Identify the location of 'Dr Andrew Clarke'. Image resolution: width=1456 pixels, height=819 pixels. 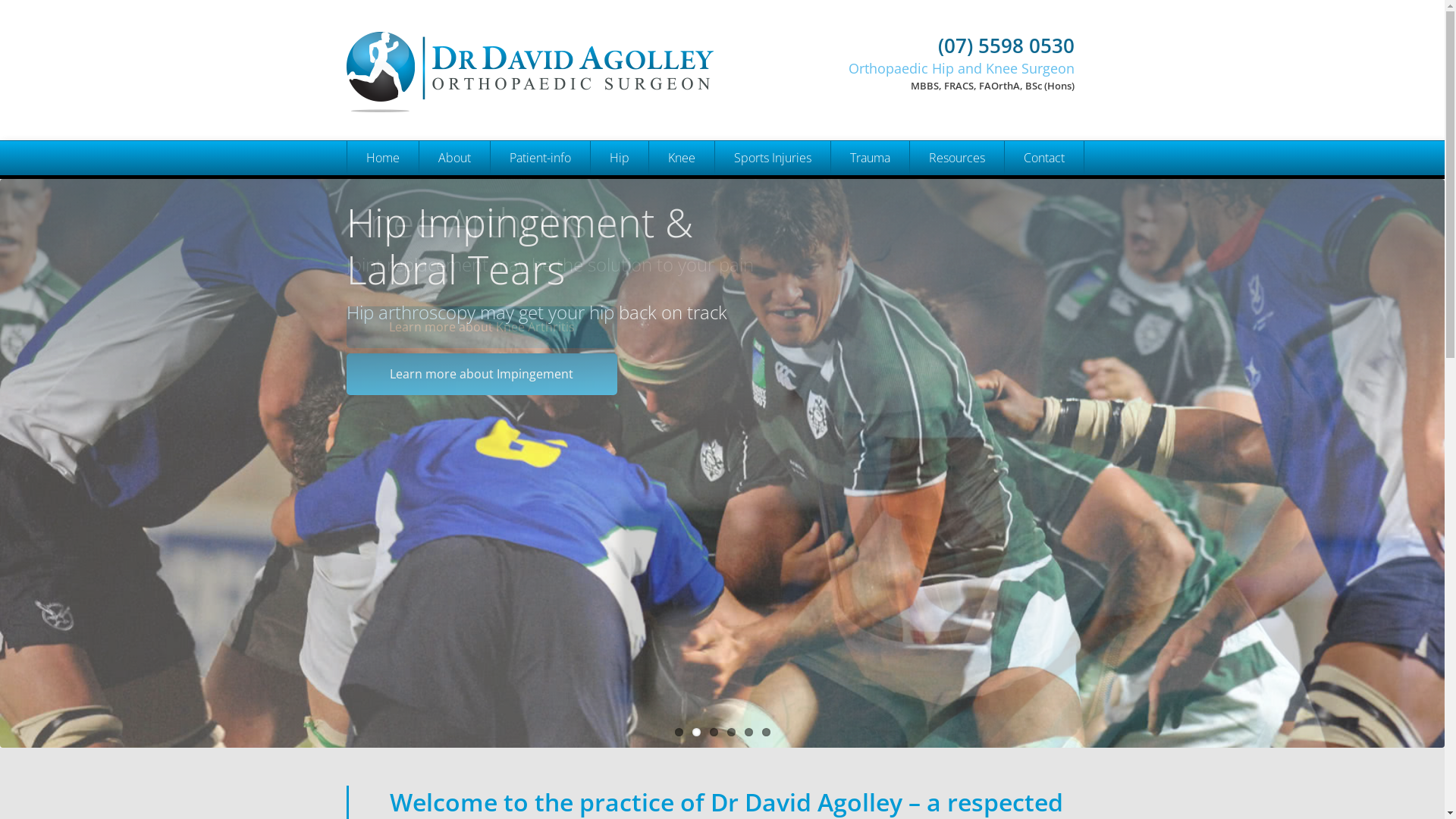
(453, 226).